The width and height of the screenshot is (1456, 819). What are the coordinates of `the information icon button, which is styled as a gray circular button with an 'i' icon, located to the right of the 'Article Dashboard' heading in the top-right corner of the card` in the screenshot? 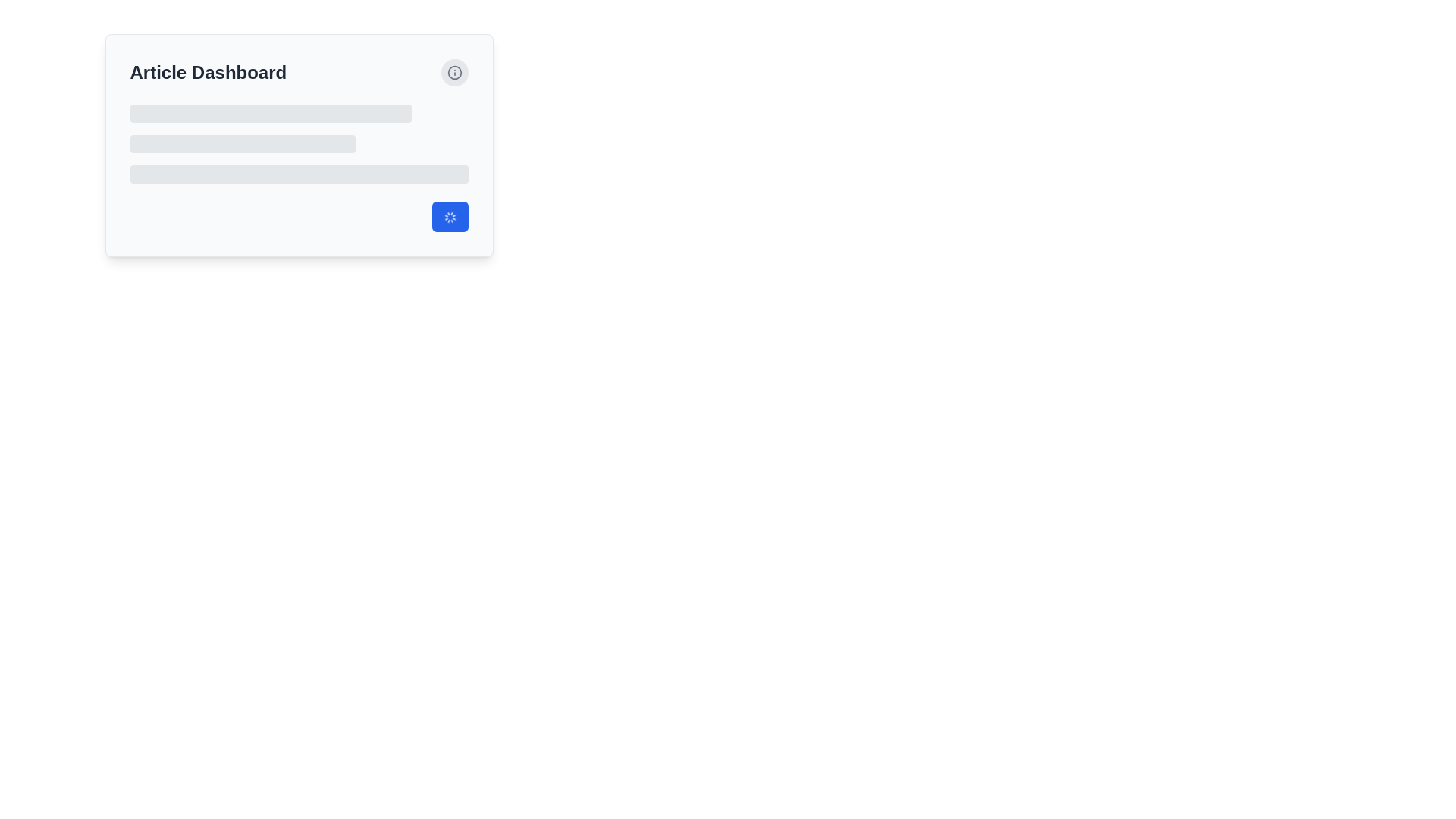 It's located at (453, 73).